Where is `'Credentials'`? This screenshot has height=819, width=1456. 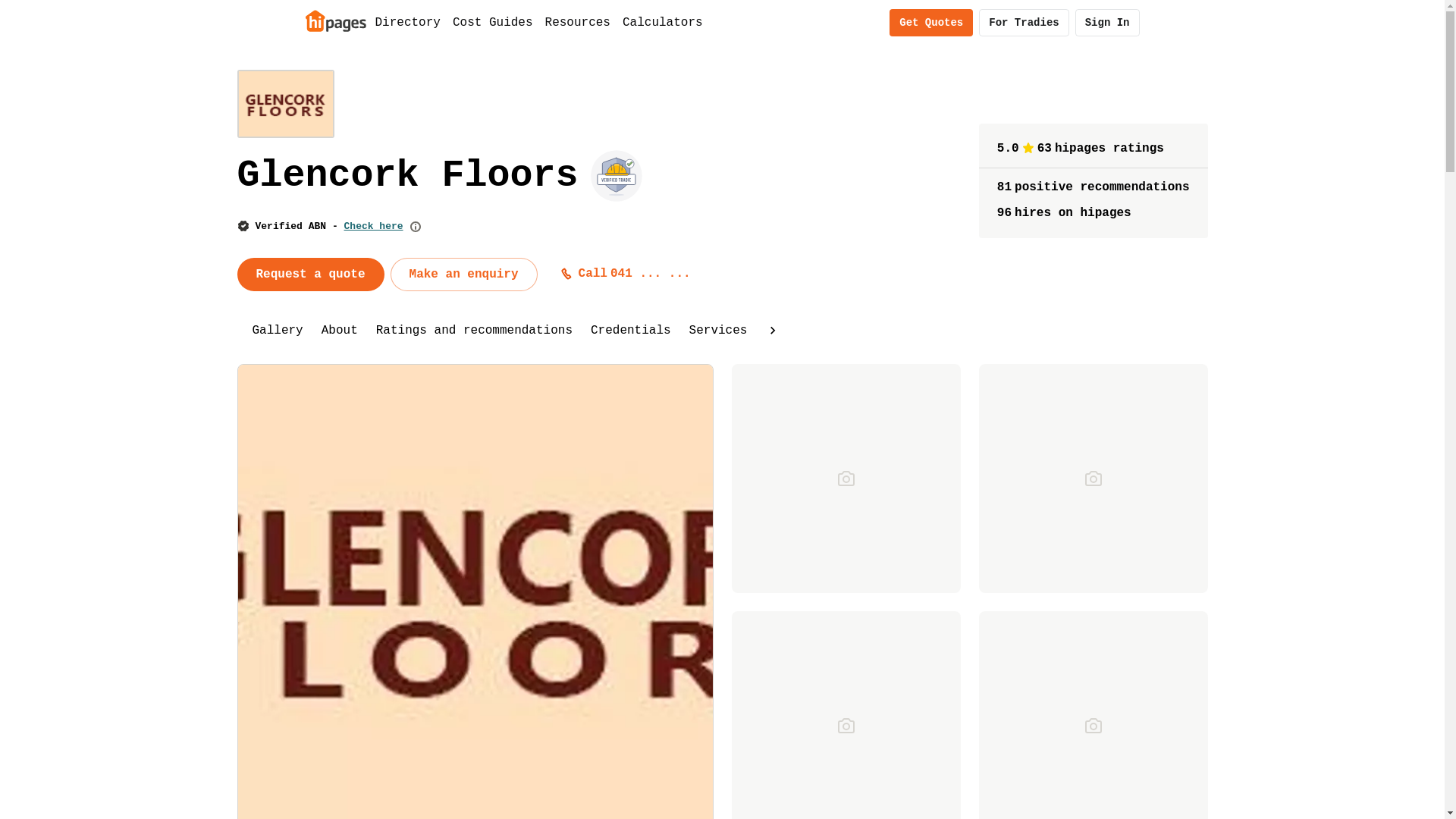
'Credentials' is located at coordinates (630, 329).